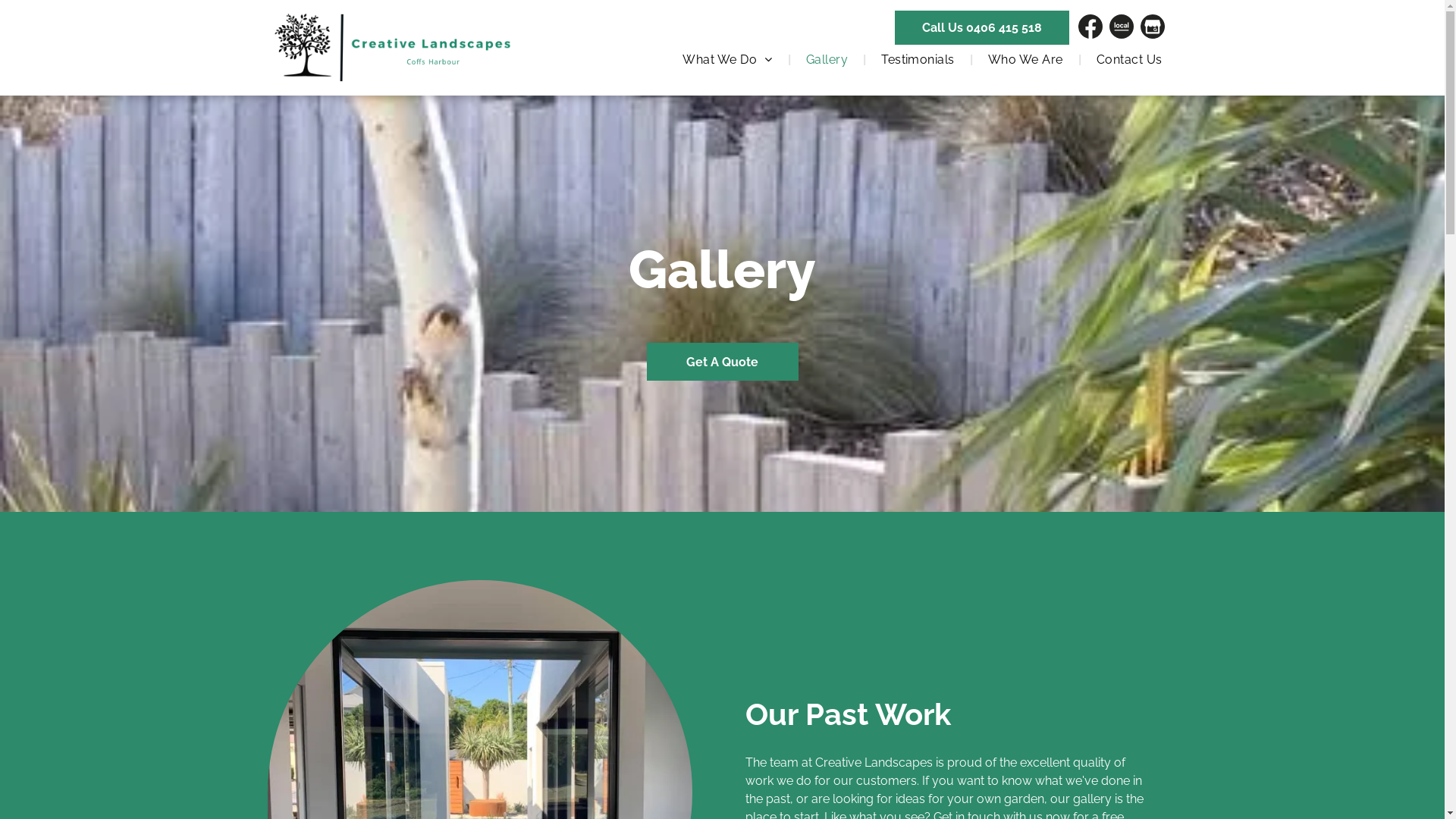 The image size is (1456, 819). What do you see at coordinates (392, 46) in the screenshot?
I see `'Professional Landscapers in Coffs Harbour'` at bounding box center [392, 46].